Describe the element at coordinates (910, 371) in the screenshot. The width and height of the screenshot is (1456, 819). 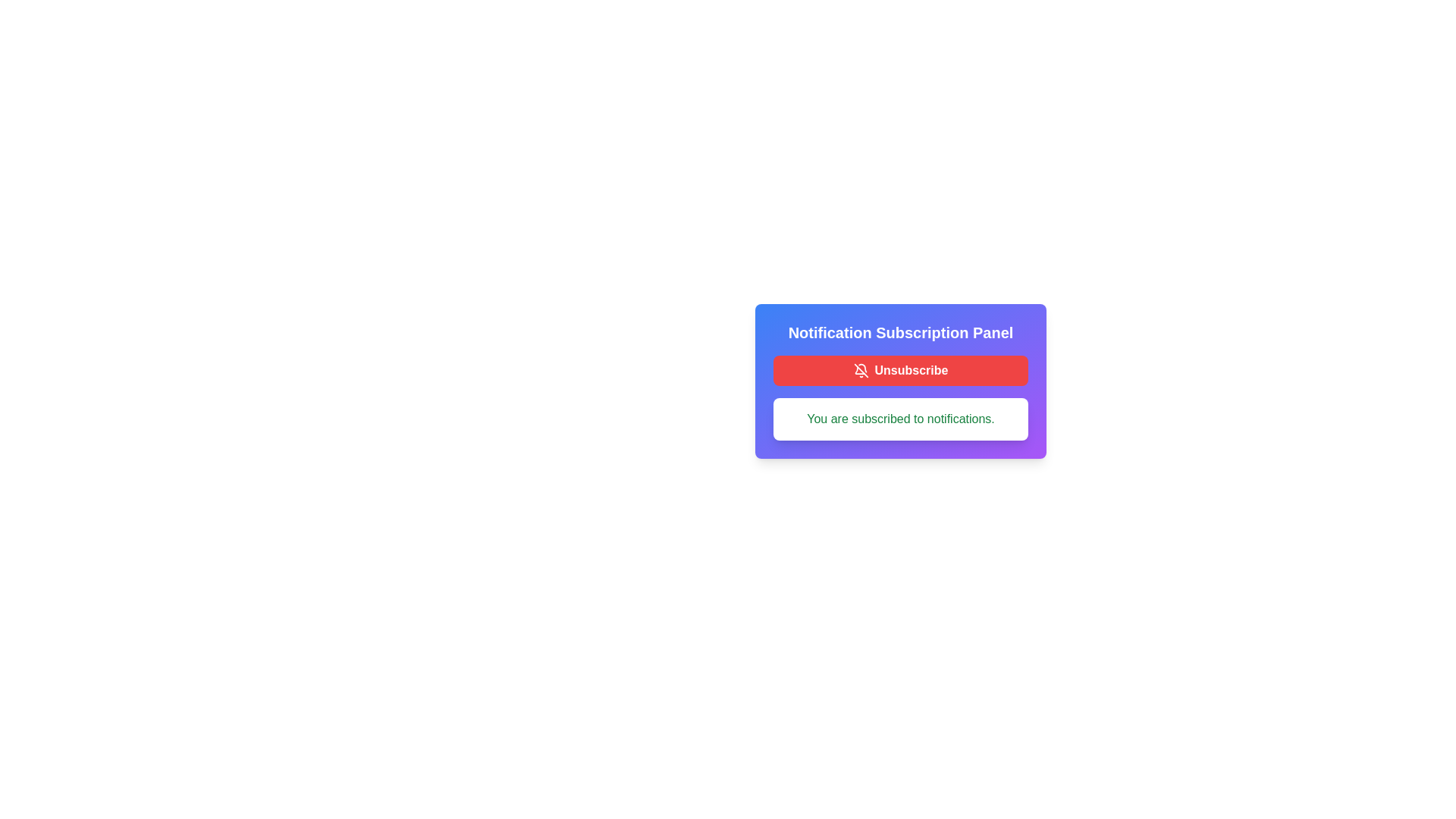
I see `displayed text 'Unsubscribe' within the button element, which has a white font on a red background and is centrally aligned in the button interface beneath a blue header` at that location.